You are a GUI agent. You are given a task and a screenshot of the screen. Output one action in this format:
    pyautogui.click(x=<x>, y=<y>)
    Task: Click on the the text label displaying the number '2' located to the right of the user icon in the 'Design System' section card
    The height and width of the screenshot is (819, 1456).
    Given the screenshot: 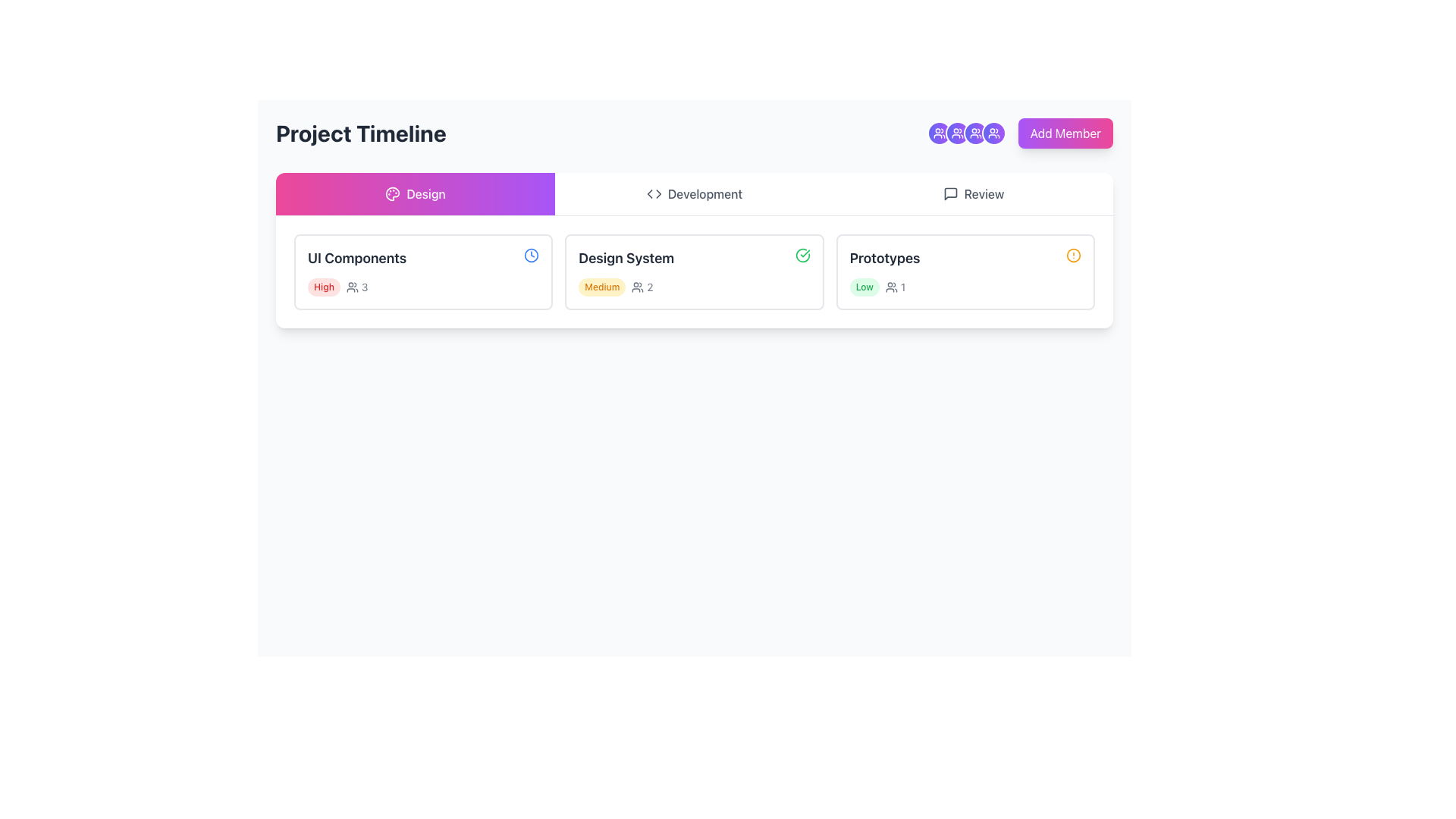 What is the action you would take?
    pyautogui.click(x=650, y=287)
    